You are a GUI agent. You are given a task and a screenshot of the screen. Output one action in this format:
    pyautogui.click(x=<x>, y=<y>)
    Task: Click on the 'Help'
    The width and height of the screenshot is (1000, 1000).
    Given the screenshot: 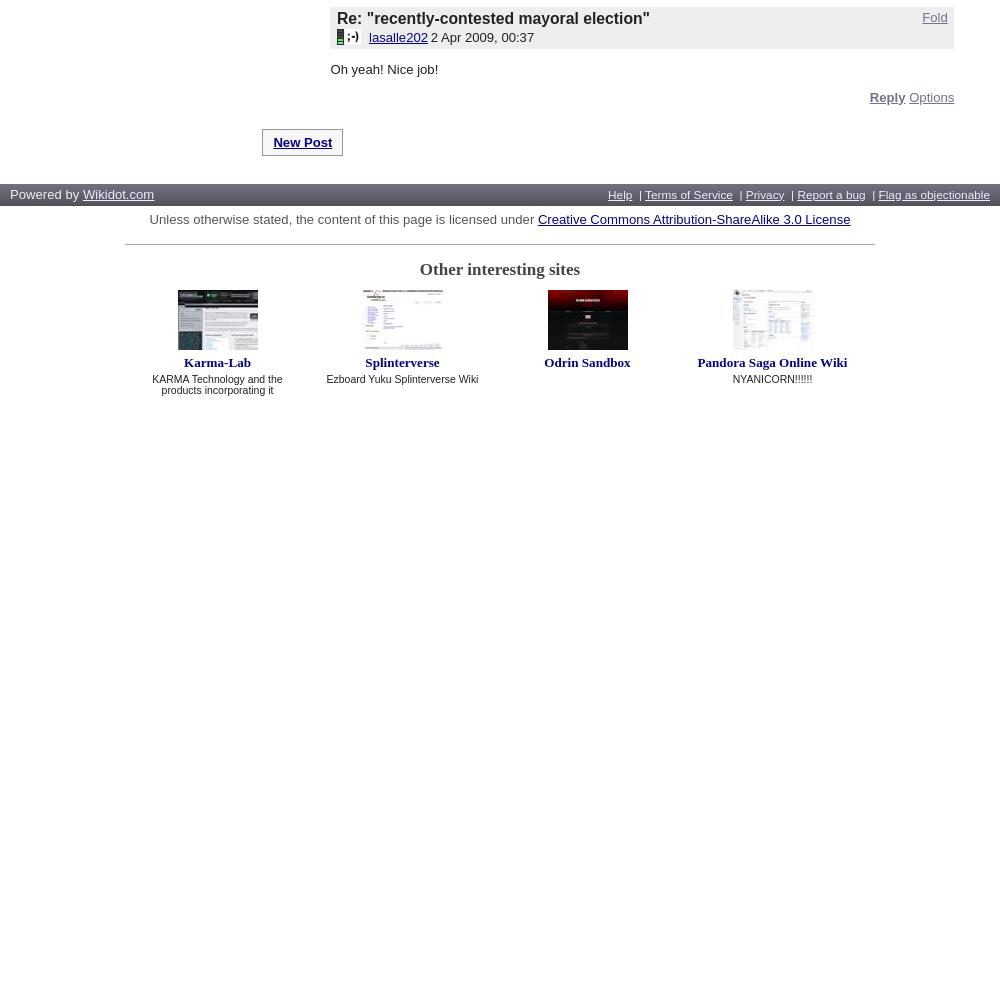 What is the action you would take?
    pyautogui.click(x=619, y=193)
    